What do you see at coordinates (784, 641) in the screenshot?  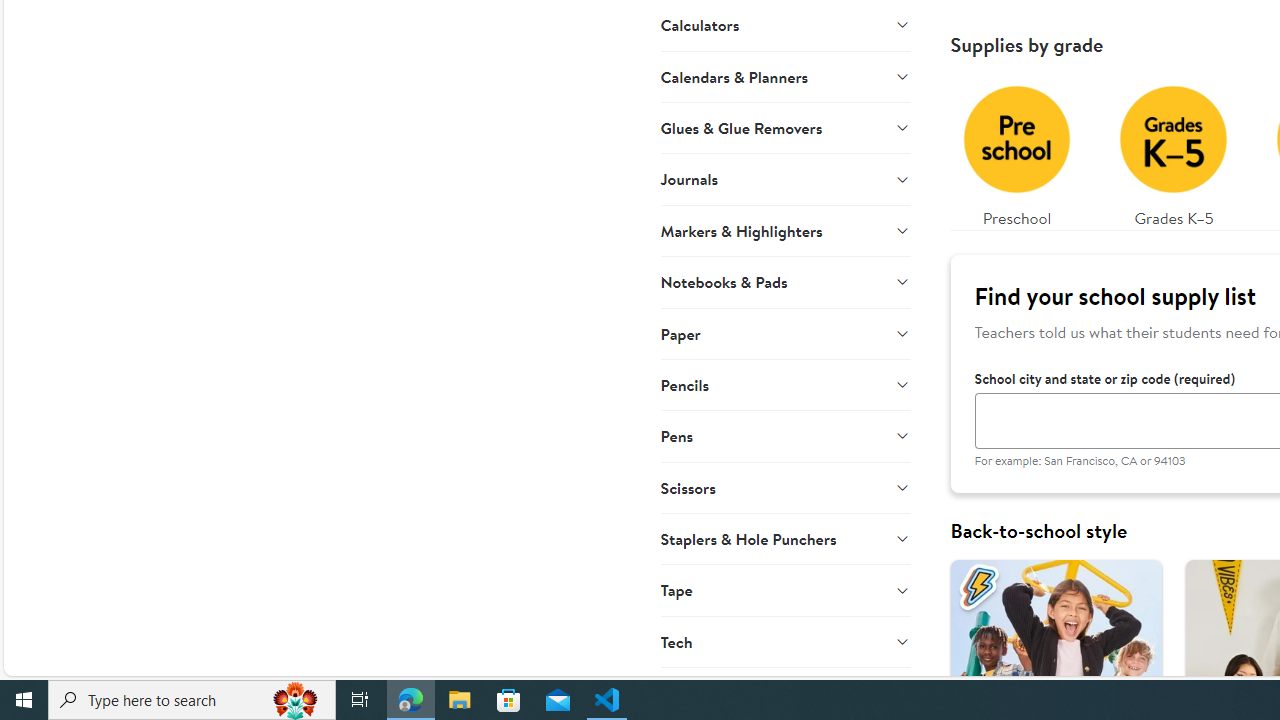 I see `'Tech'` at bounding box center [784, 641].